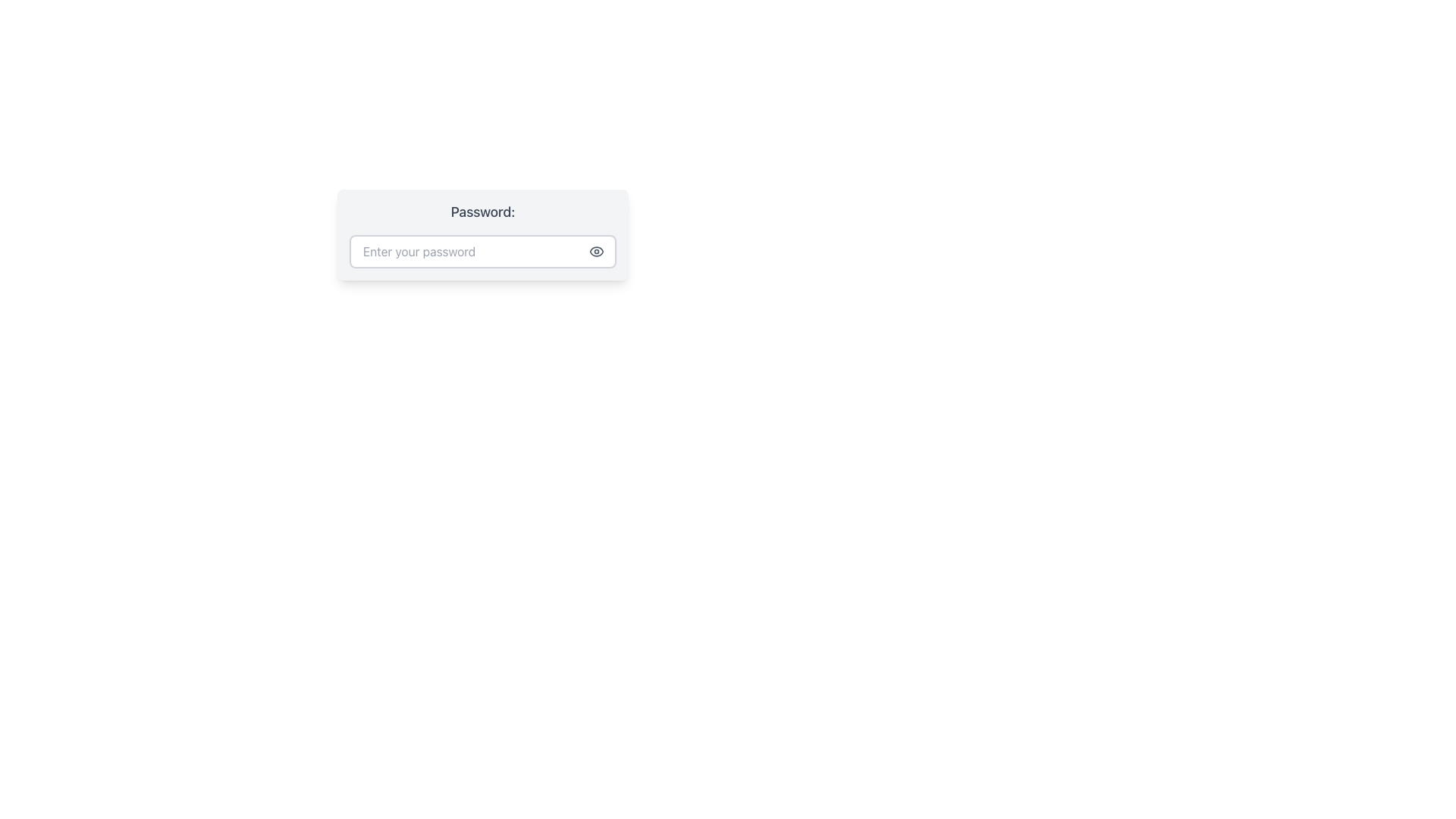 Image resolution: width=1456 pixels, height=819 pixels. I want to click on the button with a rounded rectangle shape that features a centered eye icon, so click(596, 250).